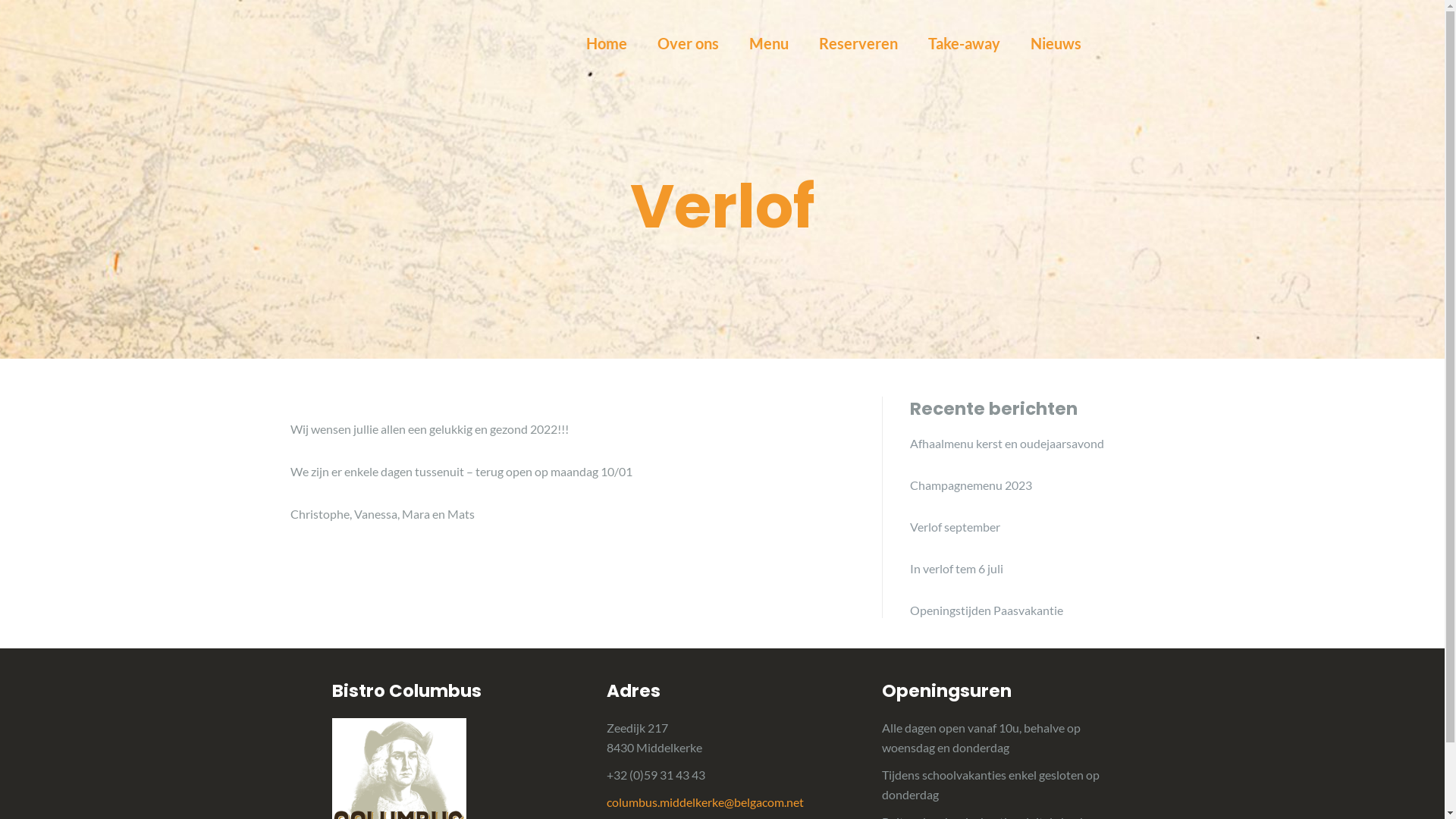  Describe the element at coordinates (1018, 444) in the screenshot. I see `'Afhaalmenu kerst en oudejaarsavond'` at that location.